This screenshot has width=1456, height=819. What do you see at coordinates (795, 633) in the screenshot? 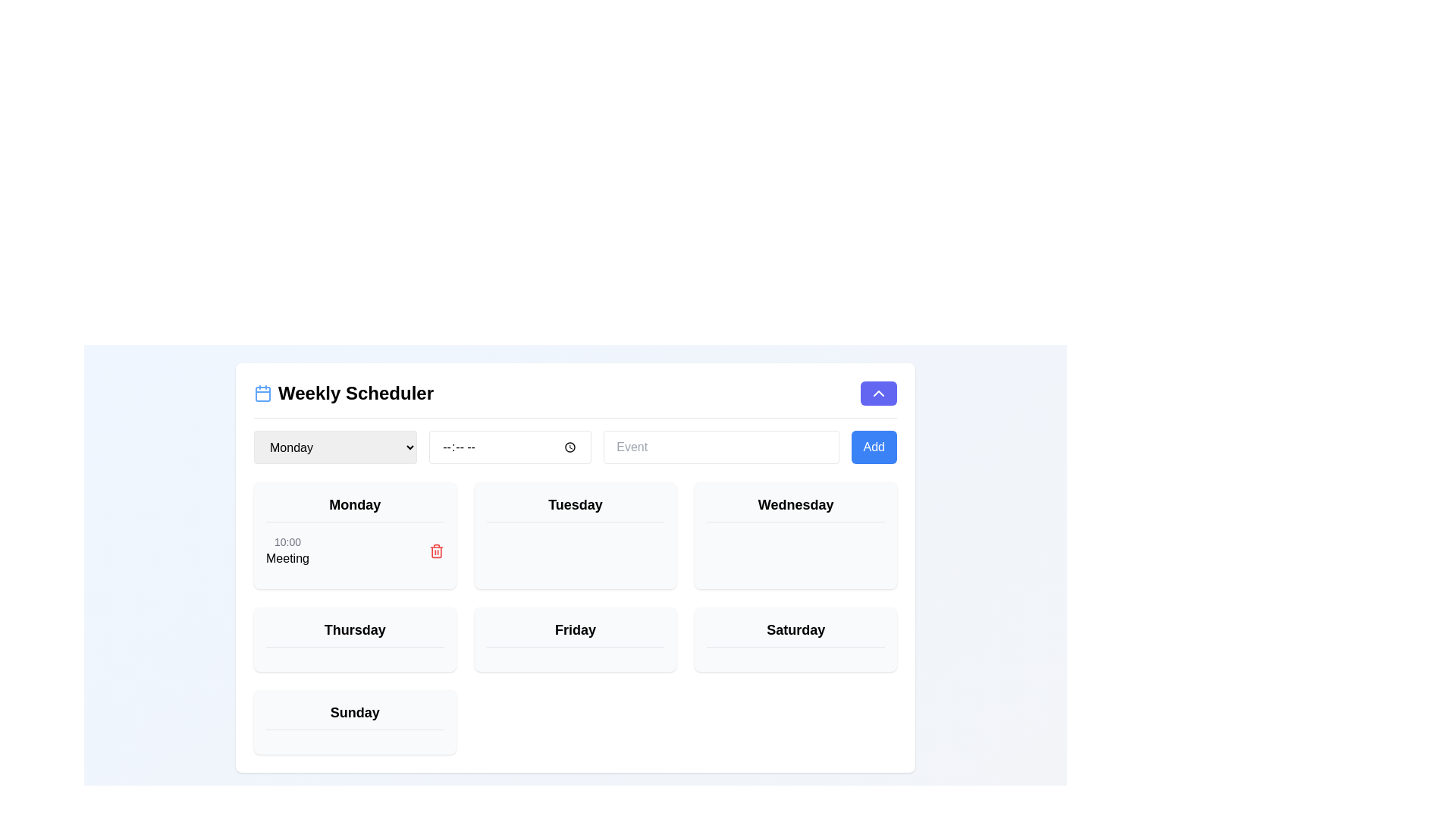
I see `the 'Saturday' header label in the scheduler interface, which is visually prominent with a bold font and a bottom border, located in the bottom-right section of the scheduler` at bounding box center [795, 633].